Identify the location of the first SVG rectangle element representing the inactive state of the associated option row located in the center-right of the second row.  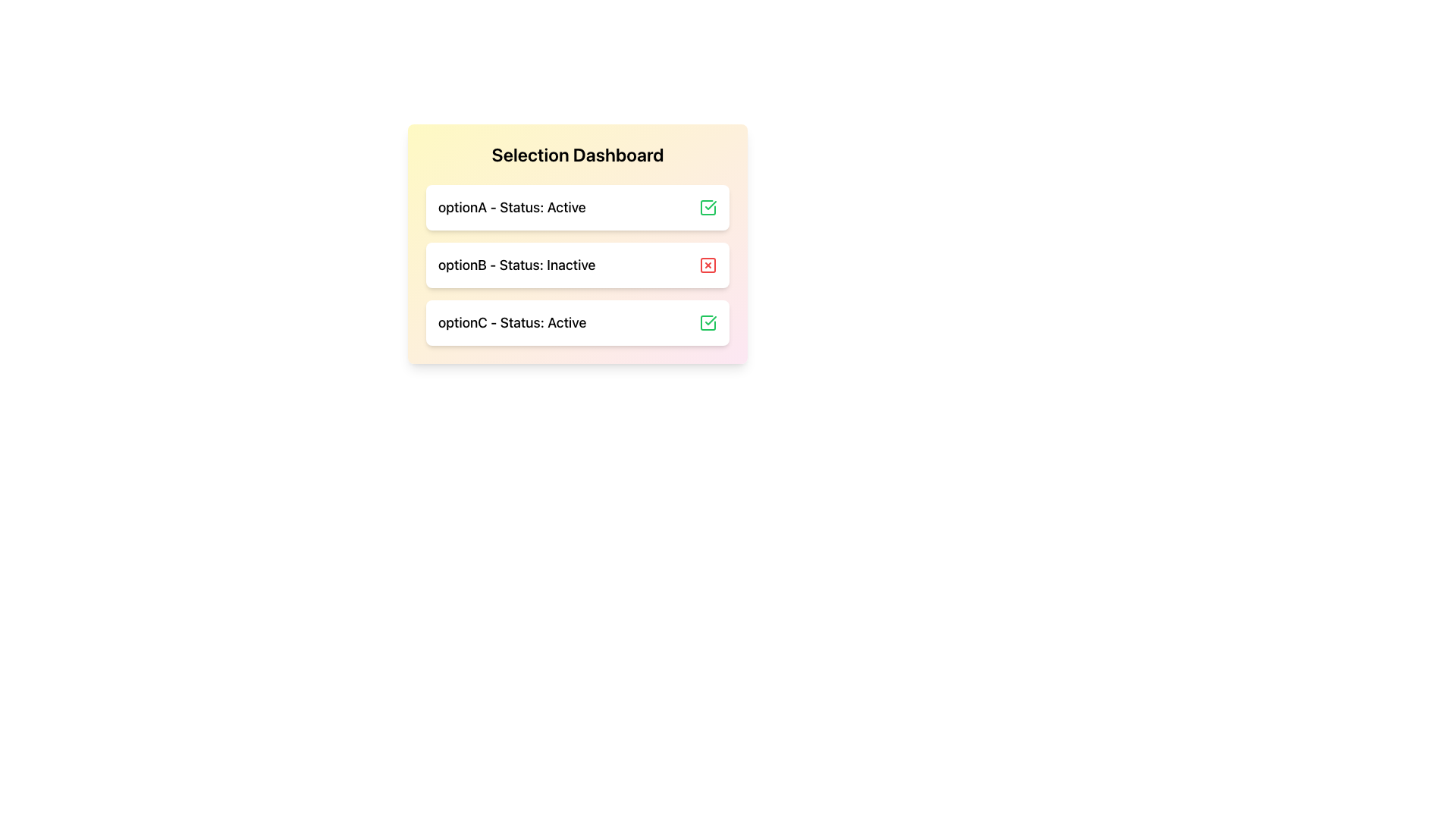
(708, 265).